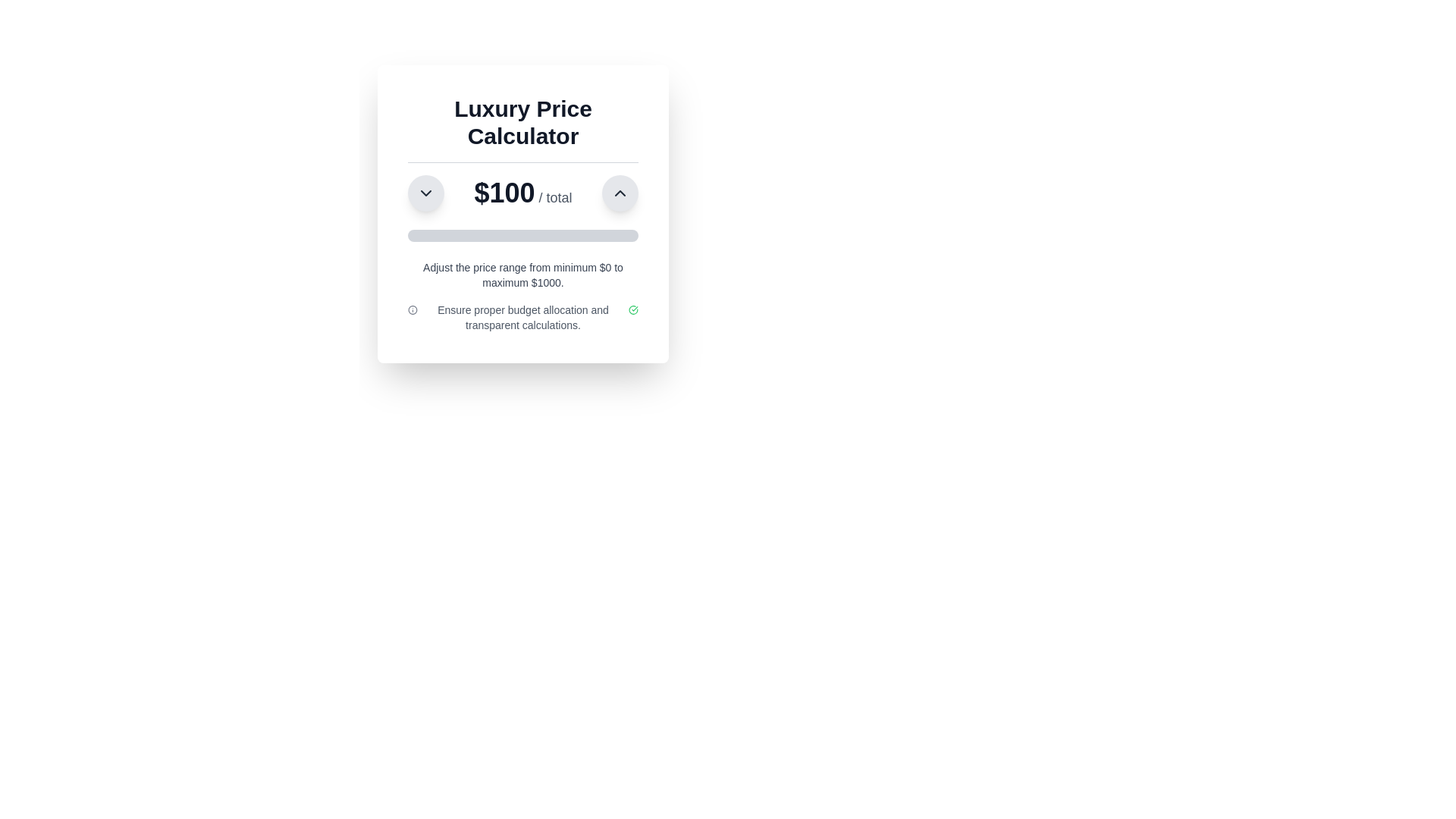 The height and width of the screenshot is (819, 1456). I want to click on the text label displaying the current calculated total cost, which is centered below the 'Luxury Price Calculator' heading and flanked by circular buttons, so click(523, 186).